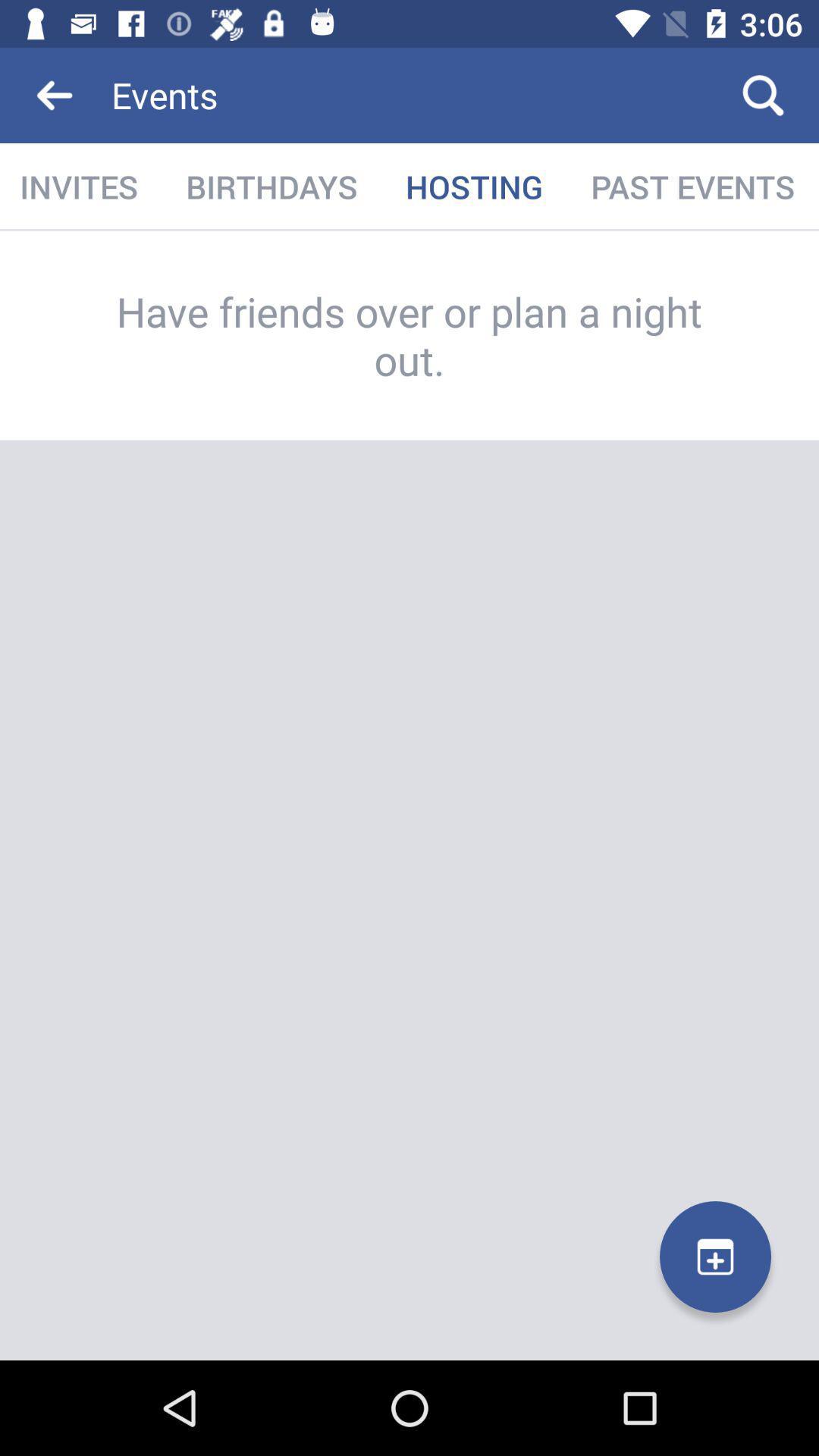  Describe the element at coordinates (692, 186) in the screenshot. I see `the item below the events item` at that location.